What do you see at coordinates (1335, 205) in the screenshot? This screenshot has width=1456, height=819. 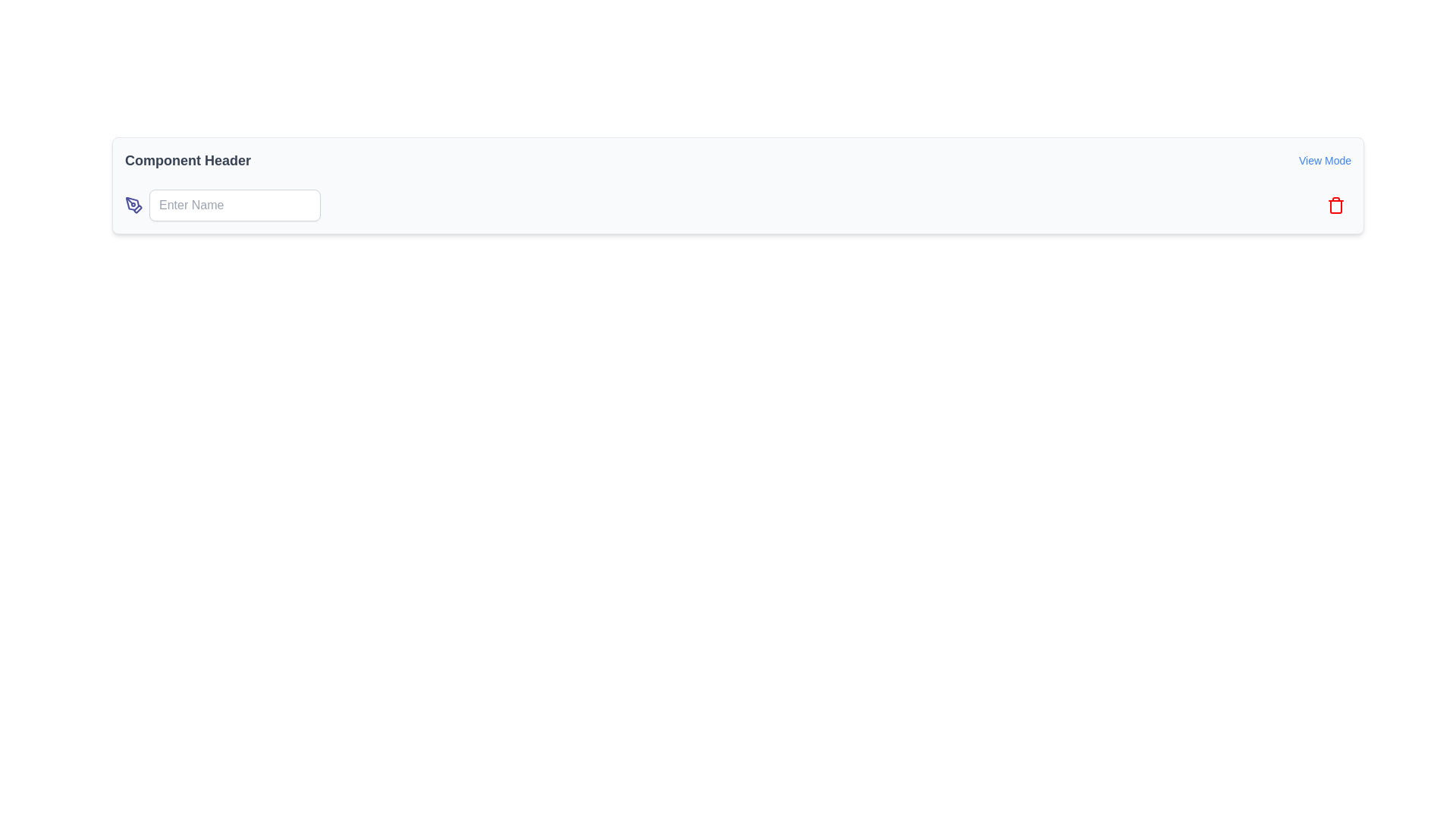 I see `the small red trash bin icon located at the far right of the horizontal bar` at bounding box center [1335, 205].